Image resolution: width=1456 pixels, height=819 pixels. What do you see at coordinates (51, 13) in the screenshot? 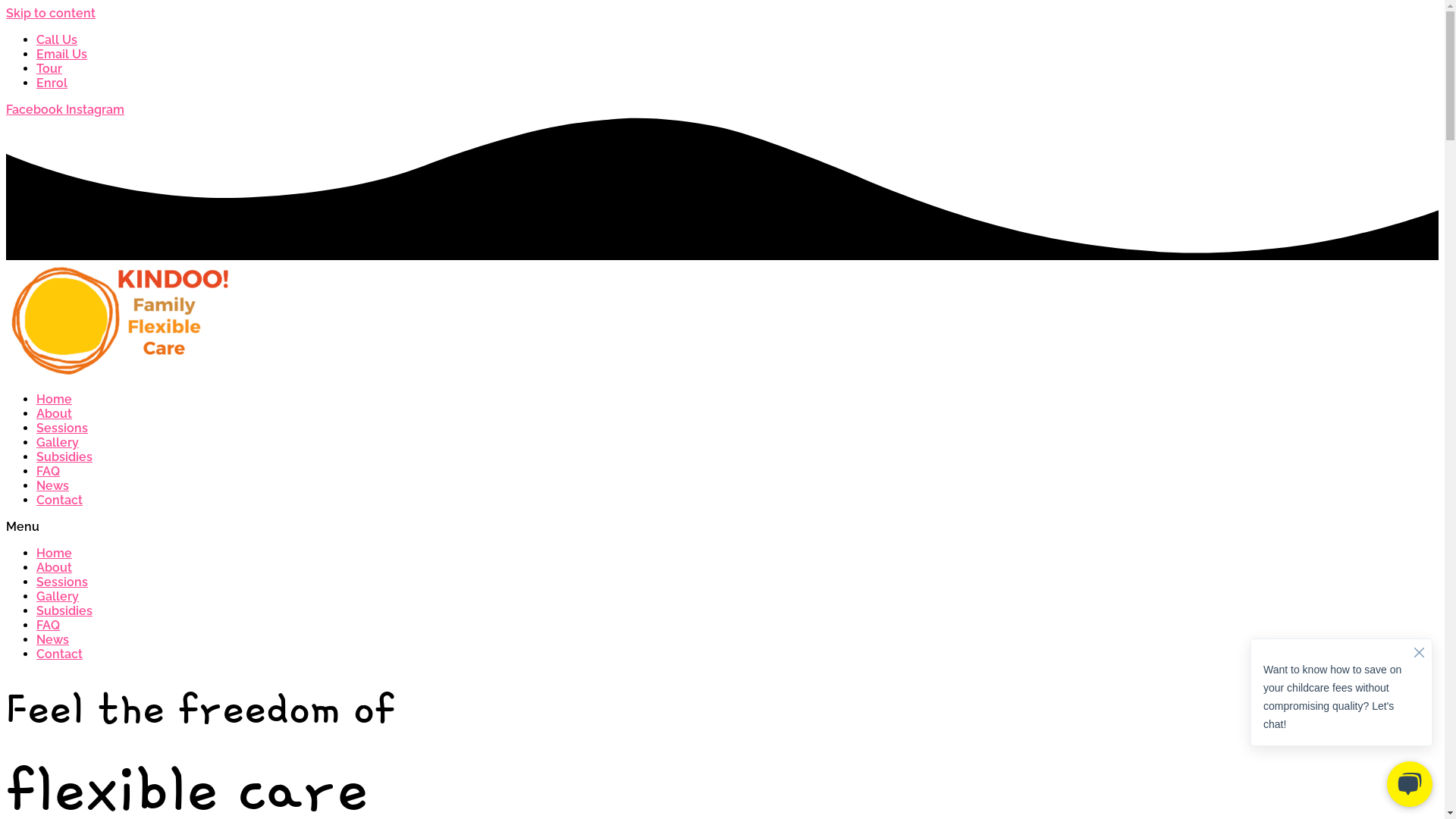
I see `'Skip to content'` at bounding box center [51, 13].